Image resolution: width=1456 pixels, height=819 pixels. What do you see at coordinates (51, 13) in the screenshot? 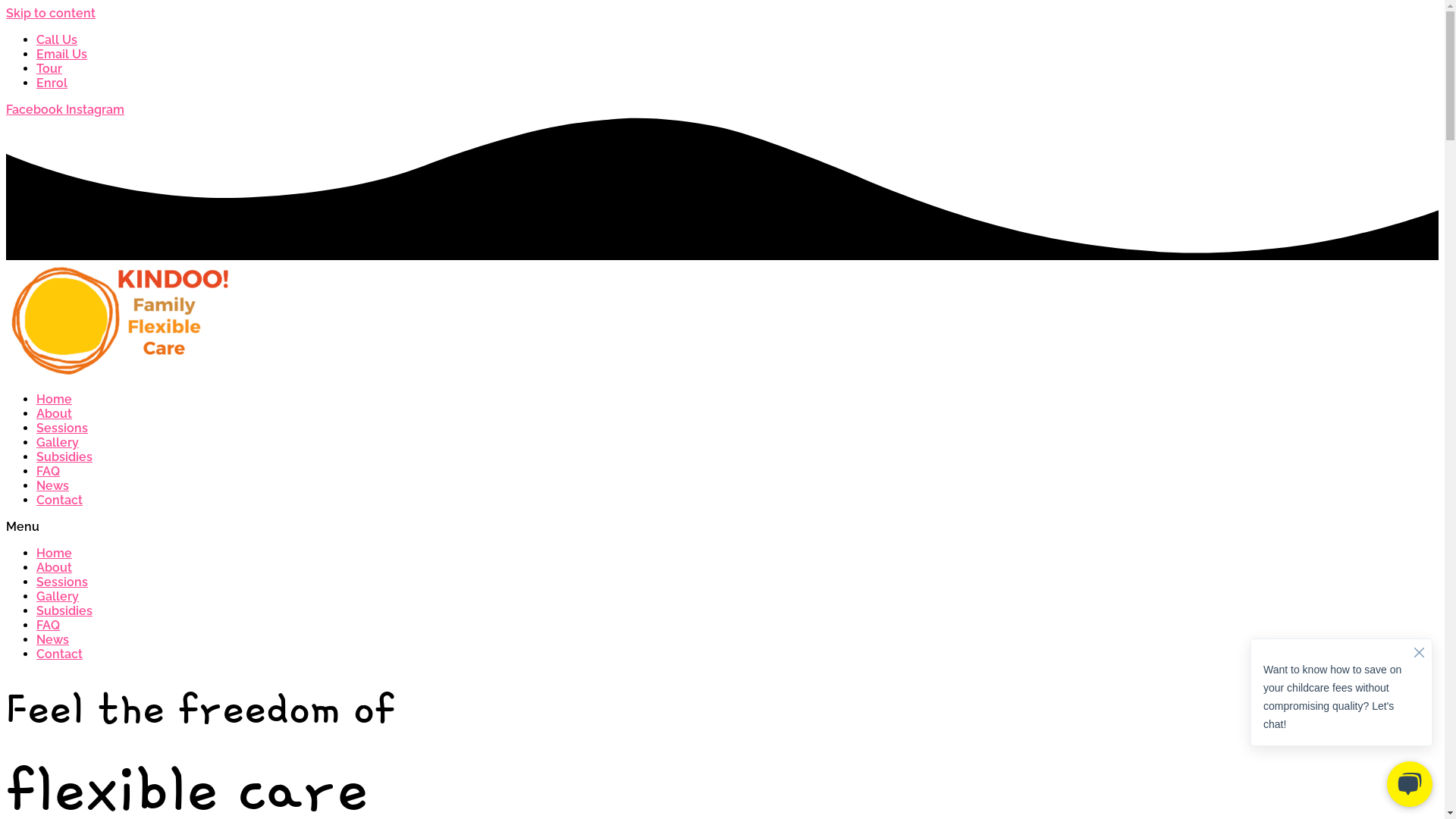
I see `'Skip to content'` at bounding box center [51, 13].